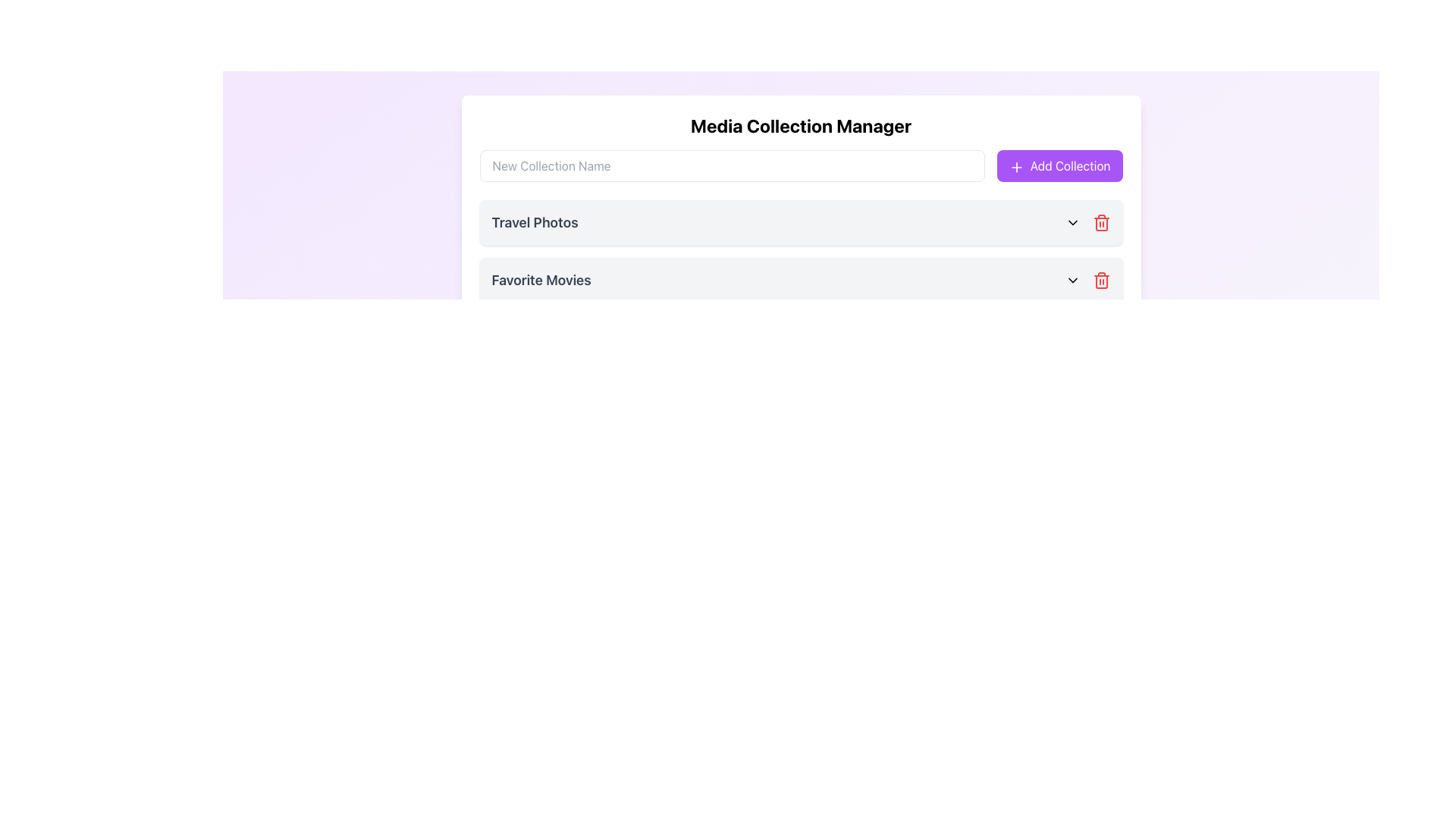  Describe the element at coordinates (1101, 281) in the screenshot. I see `the Trash Bin icon located on the right side of the second row in the list of collections` at that location.